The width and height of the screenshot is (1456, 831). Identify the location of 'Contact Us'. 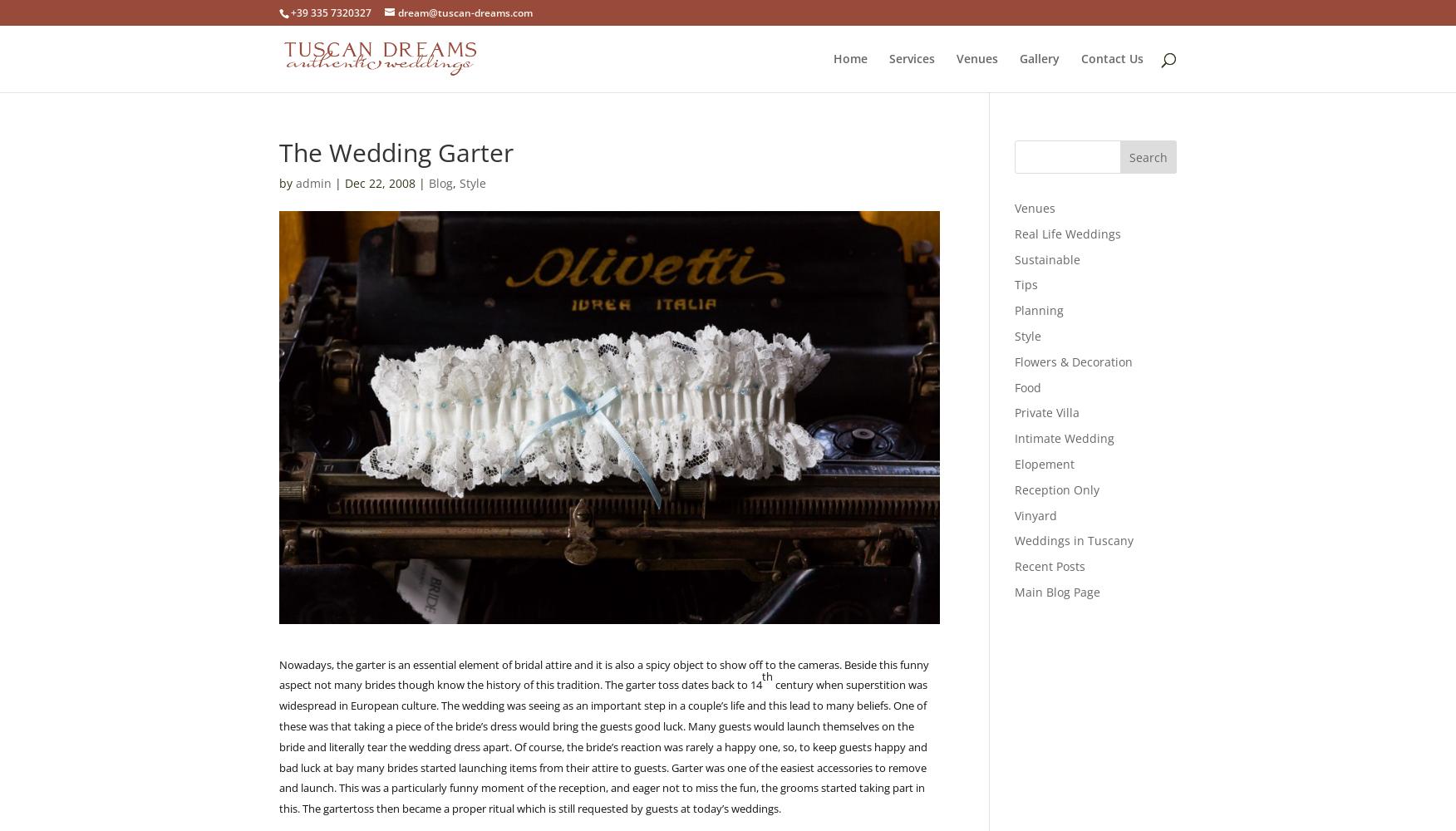
(1112, 57).